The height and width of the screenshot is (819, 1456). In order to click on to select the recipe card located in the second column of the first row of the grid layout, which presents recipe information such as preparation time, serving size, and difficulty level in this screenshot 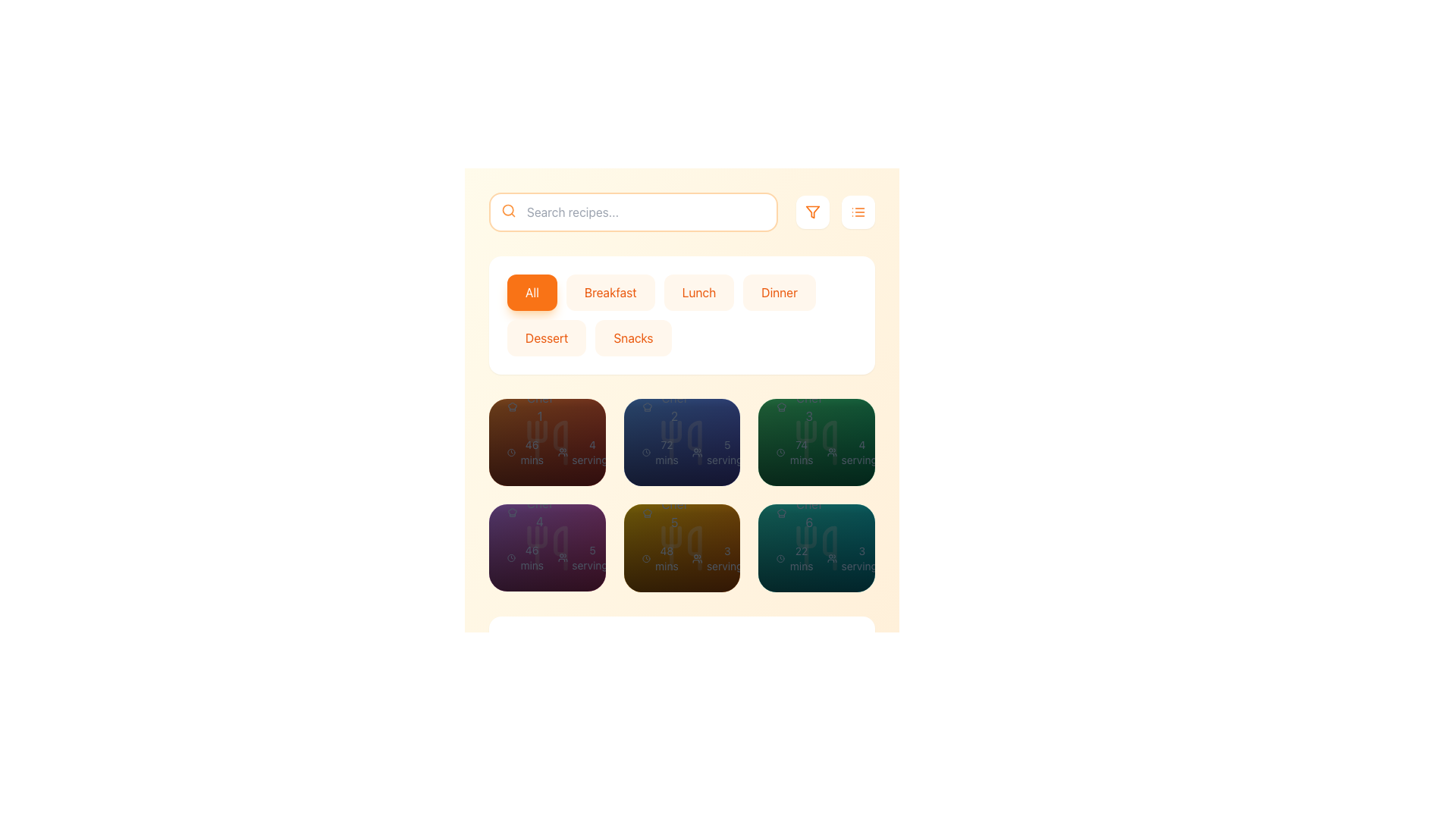, I will do `click(681, 442)`.